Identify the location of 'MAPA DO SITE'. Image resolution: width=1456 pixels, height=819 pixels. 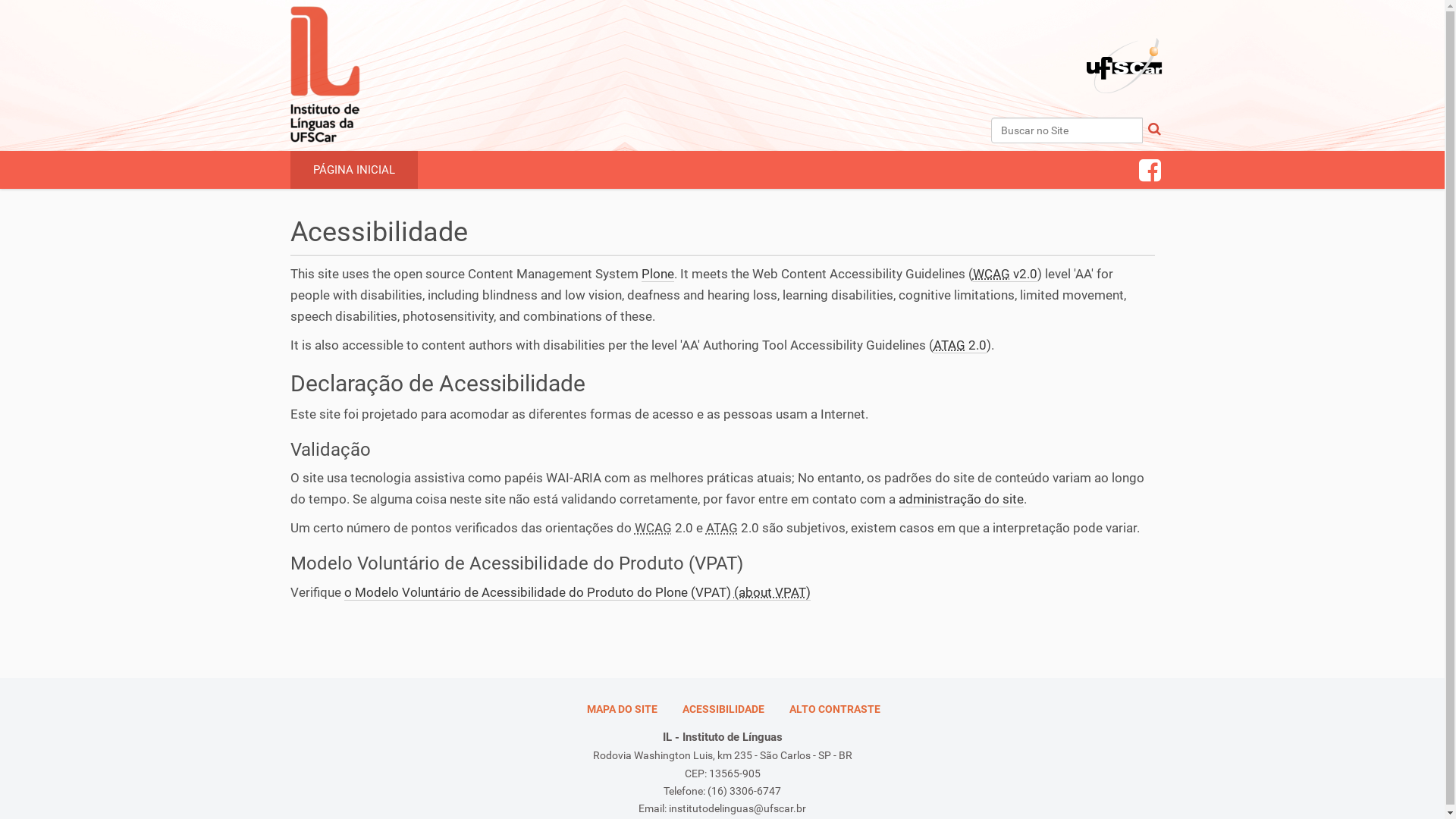
(622, 708).